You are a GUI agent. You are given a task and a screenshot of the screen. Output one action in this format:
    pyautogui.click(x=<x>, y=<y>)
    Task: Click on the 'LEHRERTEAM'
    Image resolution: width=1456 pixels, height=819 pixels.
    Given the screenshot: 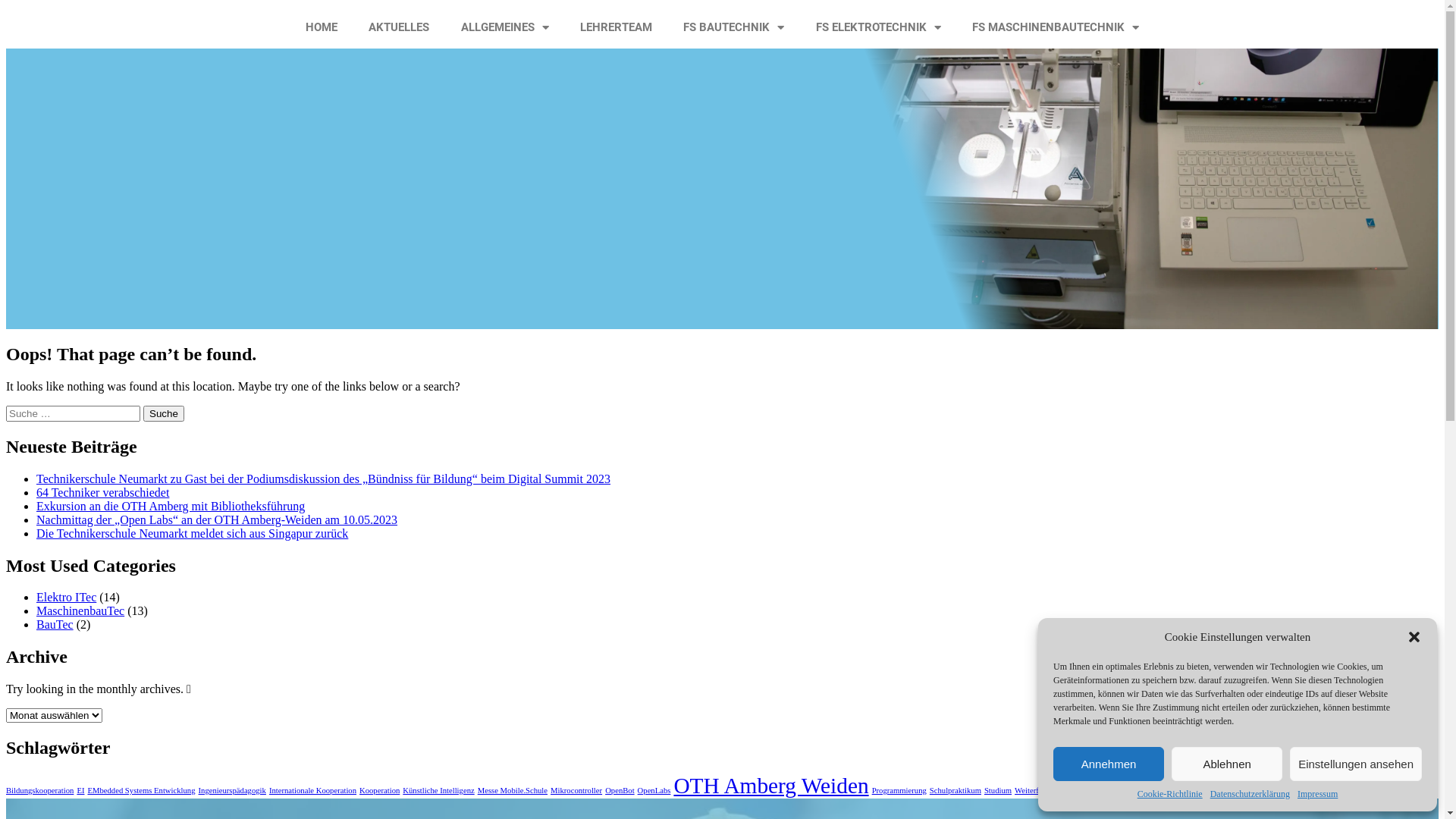 What is the action you would take?
    pyautogui.click(x=615, y=27)
    